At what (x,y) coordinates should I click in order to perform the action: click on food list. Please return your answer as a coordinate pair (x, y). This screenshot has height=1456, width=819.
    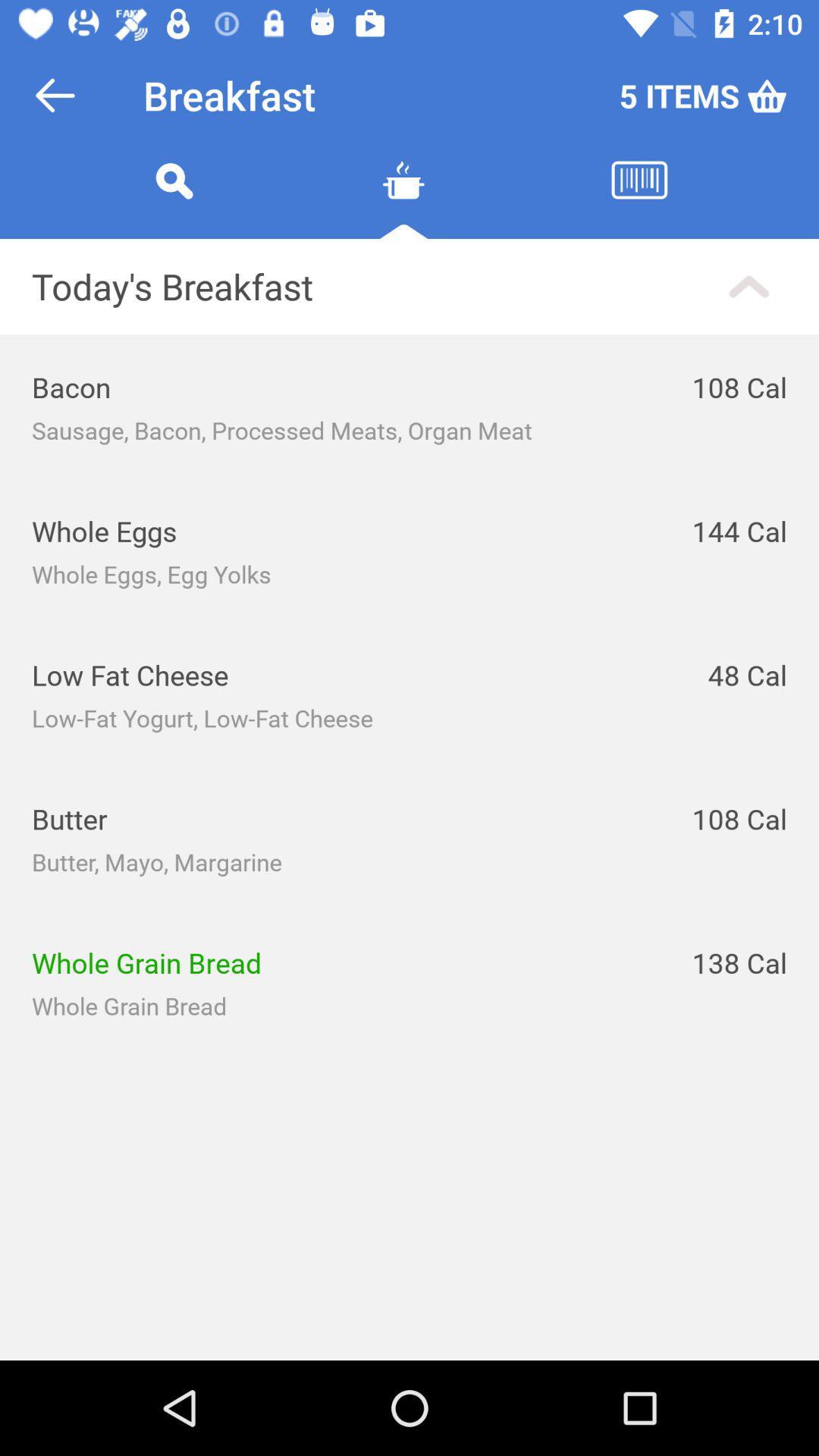
    Looking at the image, I should click on (403, 198).